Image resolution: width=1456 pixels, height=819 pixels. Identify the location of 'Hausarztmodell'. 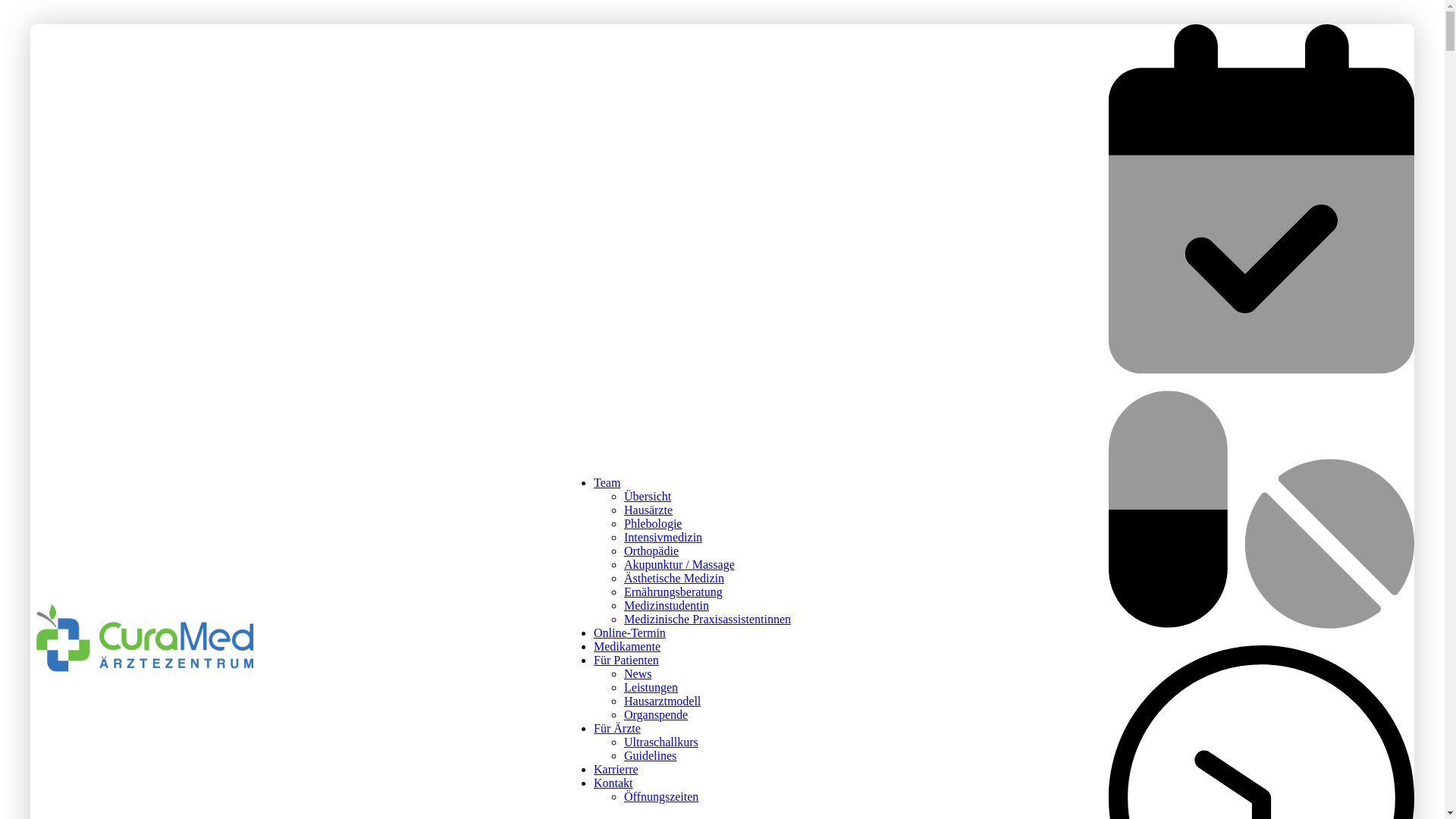
(662, 701).